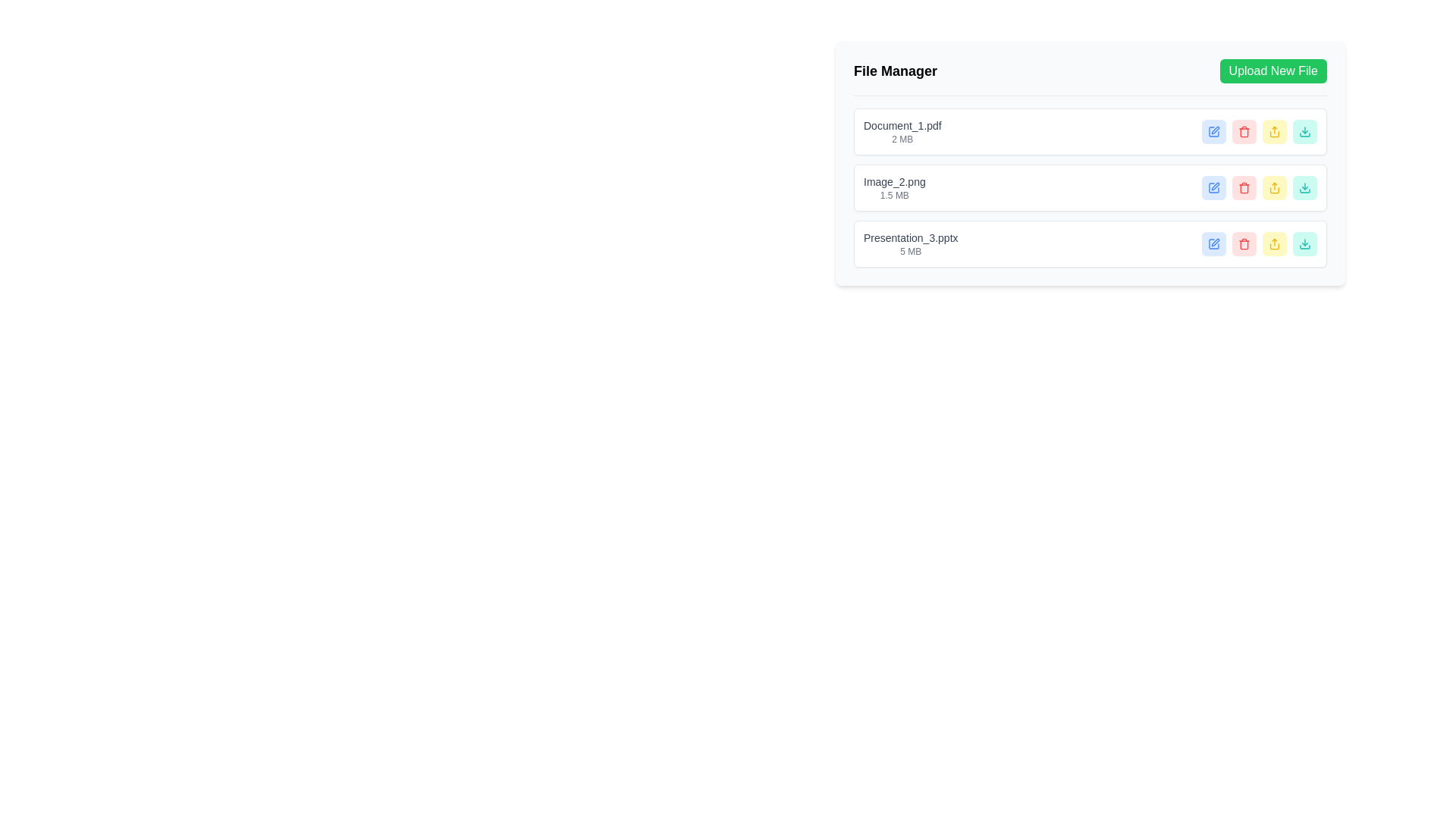  I want to click on the red delete button with a trash icon, which is the second button in a horizontal group of similar buttons in the file manager, to observe its hover effects, so click(1244, 130).